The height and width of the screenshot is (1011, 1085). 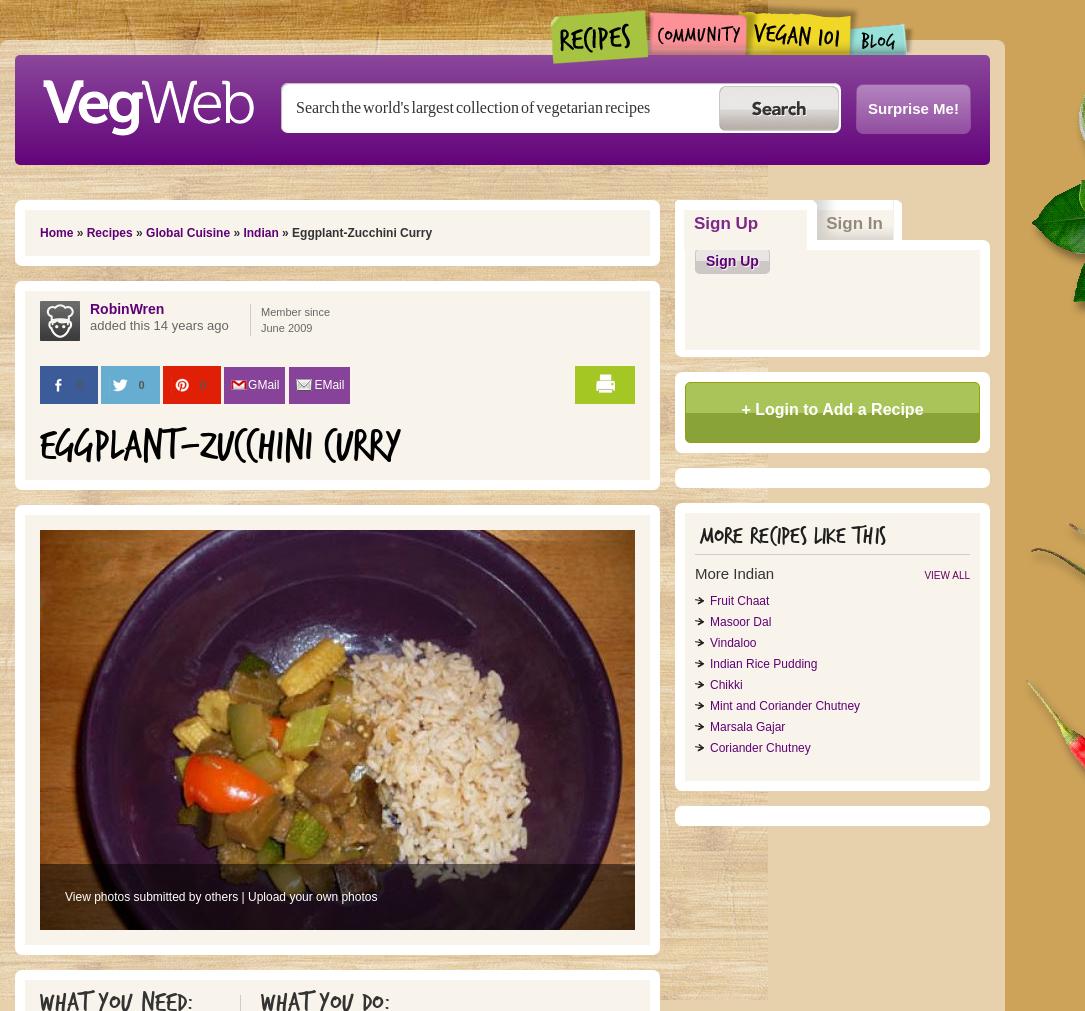 What do you see at coordinates (709, 621) in the screenshot?
I see `'Masoor Dal'` at bounding box center [709, 621].